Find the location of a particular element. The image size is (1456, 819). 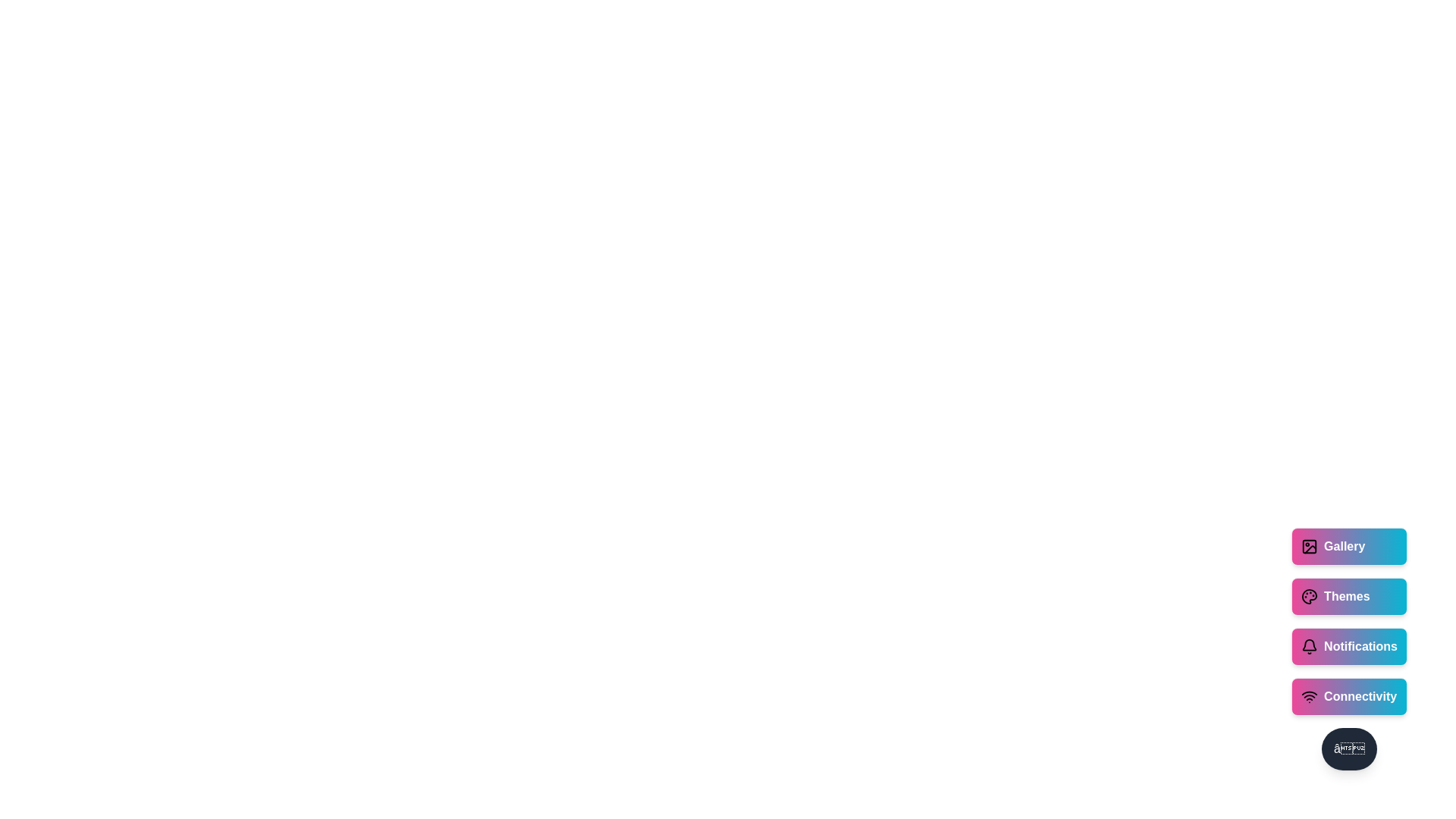

the 'Gallery' text label is located at coordinates (1345, 547).